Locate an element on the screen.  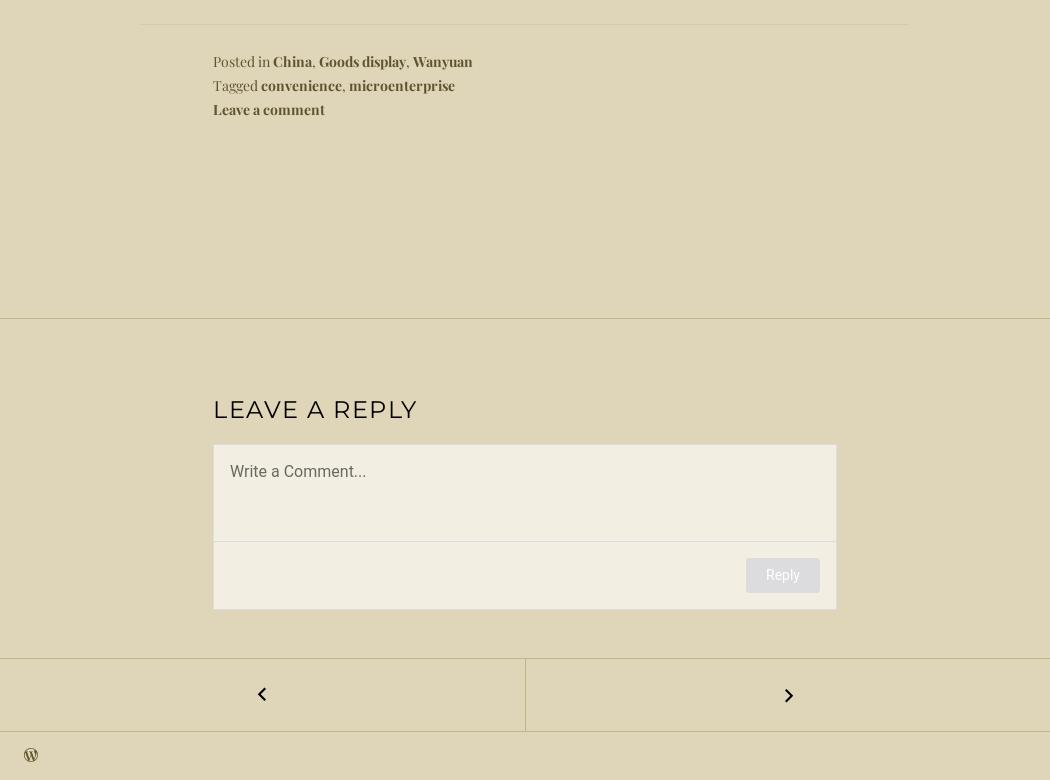
'China' is located at coordinates (291, 61).